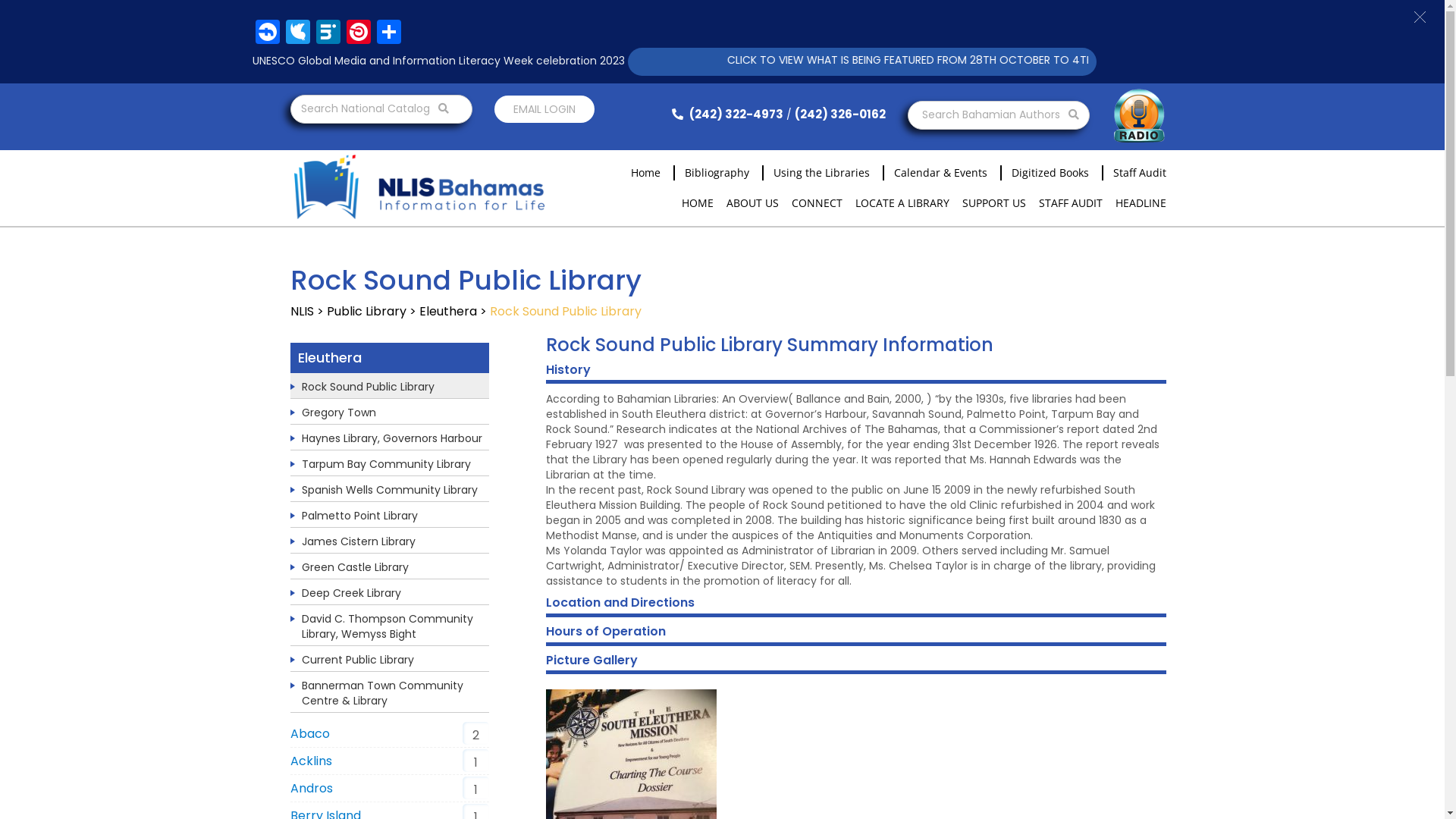  I want to click on 'Bibliography', so click(711, 171).